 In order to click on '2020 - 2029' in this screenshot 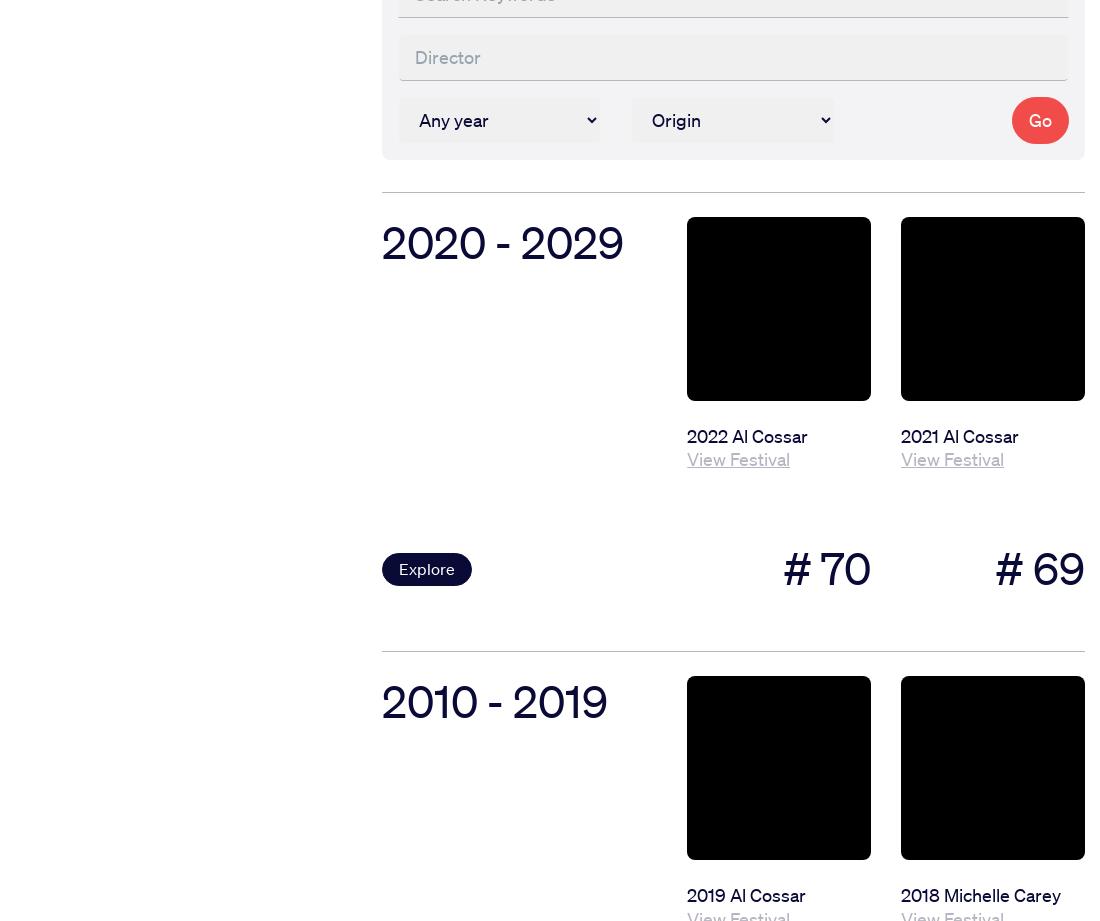, I will do `click(502, 240)`.